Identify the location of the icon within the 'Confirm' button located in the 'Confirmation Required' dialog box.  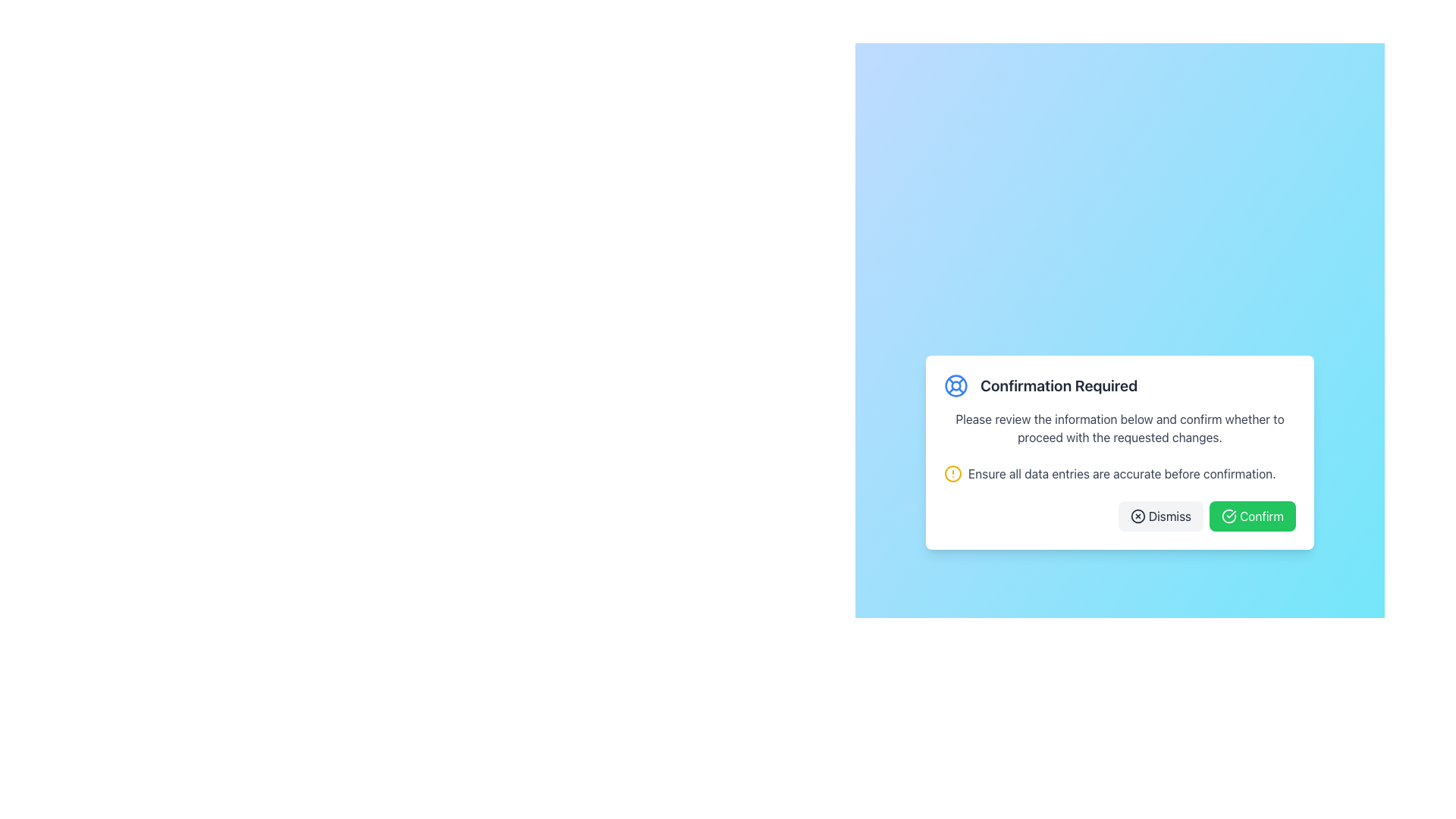
(1229, 516).